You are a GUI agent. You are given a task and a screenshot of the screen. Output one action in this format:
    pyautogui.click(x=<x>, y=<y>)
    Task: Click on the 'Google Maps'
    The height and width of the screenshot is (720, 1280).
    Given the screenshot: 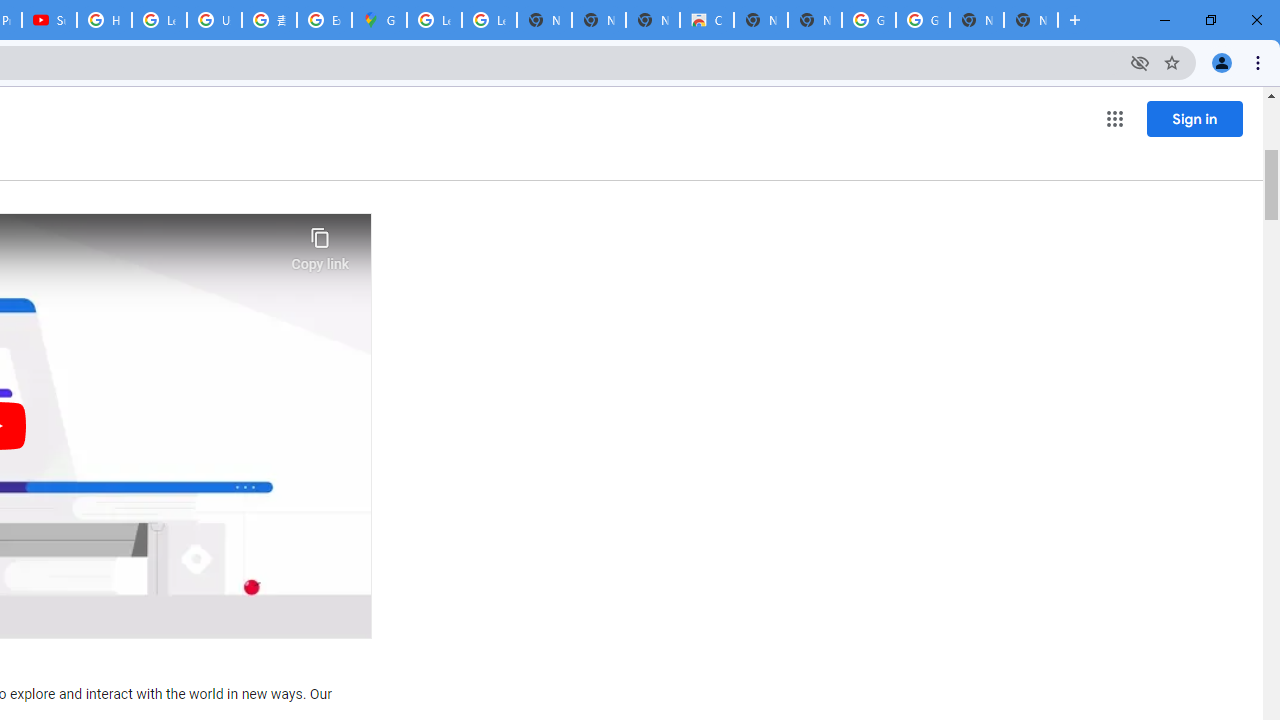 What is the action you would take?
    pyautogui.click(x=379, y=20)
    